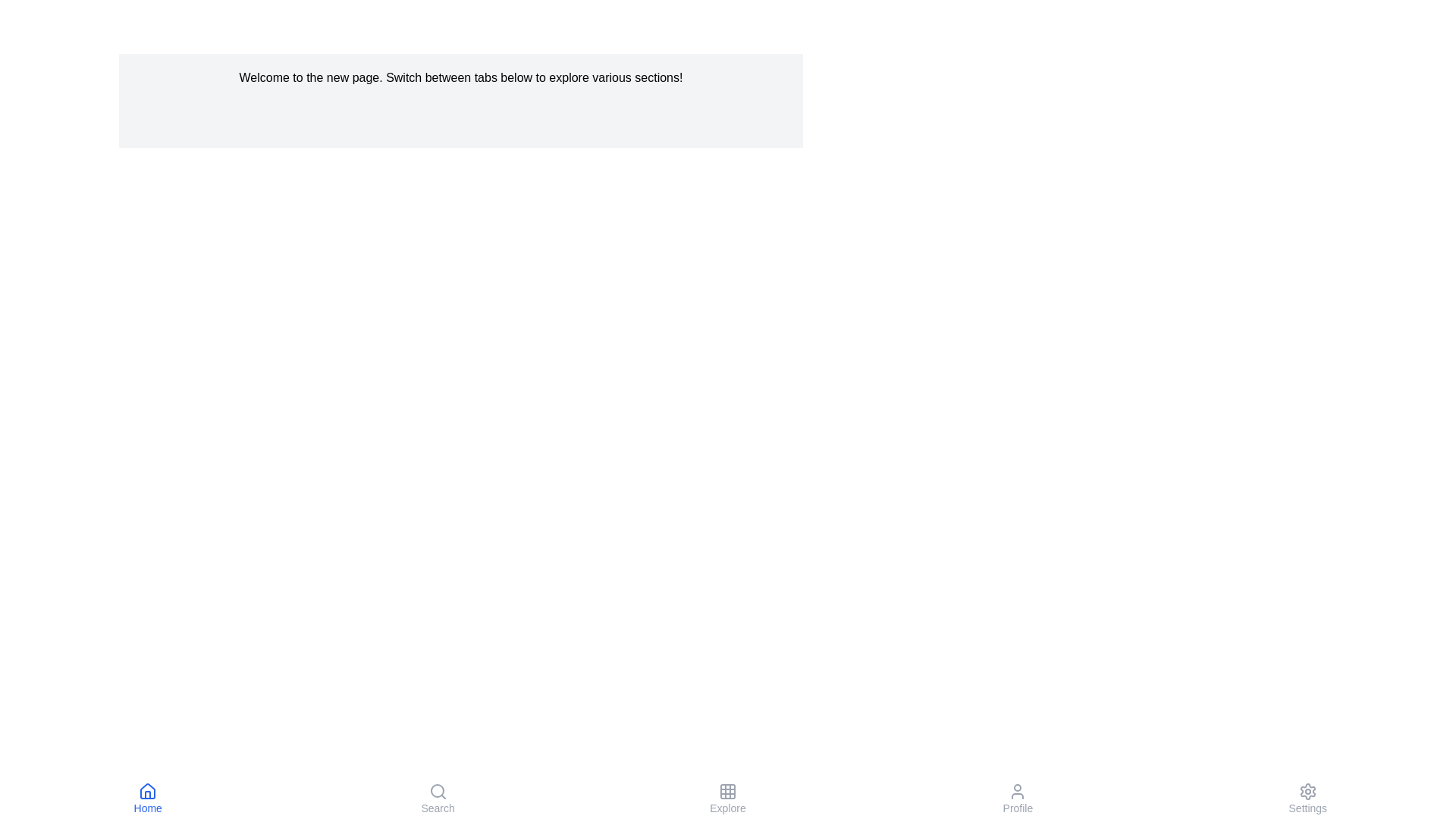  Describe the element at coordinates (148, 807) in the screenshot. I see `the 'Home' text label, which is displayed in a small-sized font and blue color, positioned below the home icon in the bottom navigation bar` at that location.